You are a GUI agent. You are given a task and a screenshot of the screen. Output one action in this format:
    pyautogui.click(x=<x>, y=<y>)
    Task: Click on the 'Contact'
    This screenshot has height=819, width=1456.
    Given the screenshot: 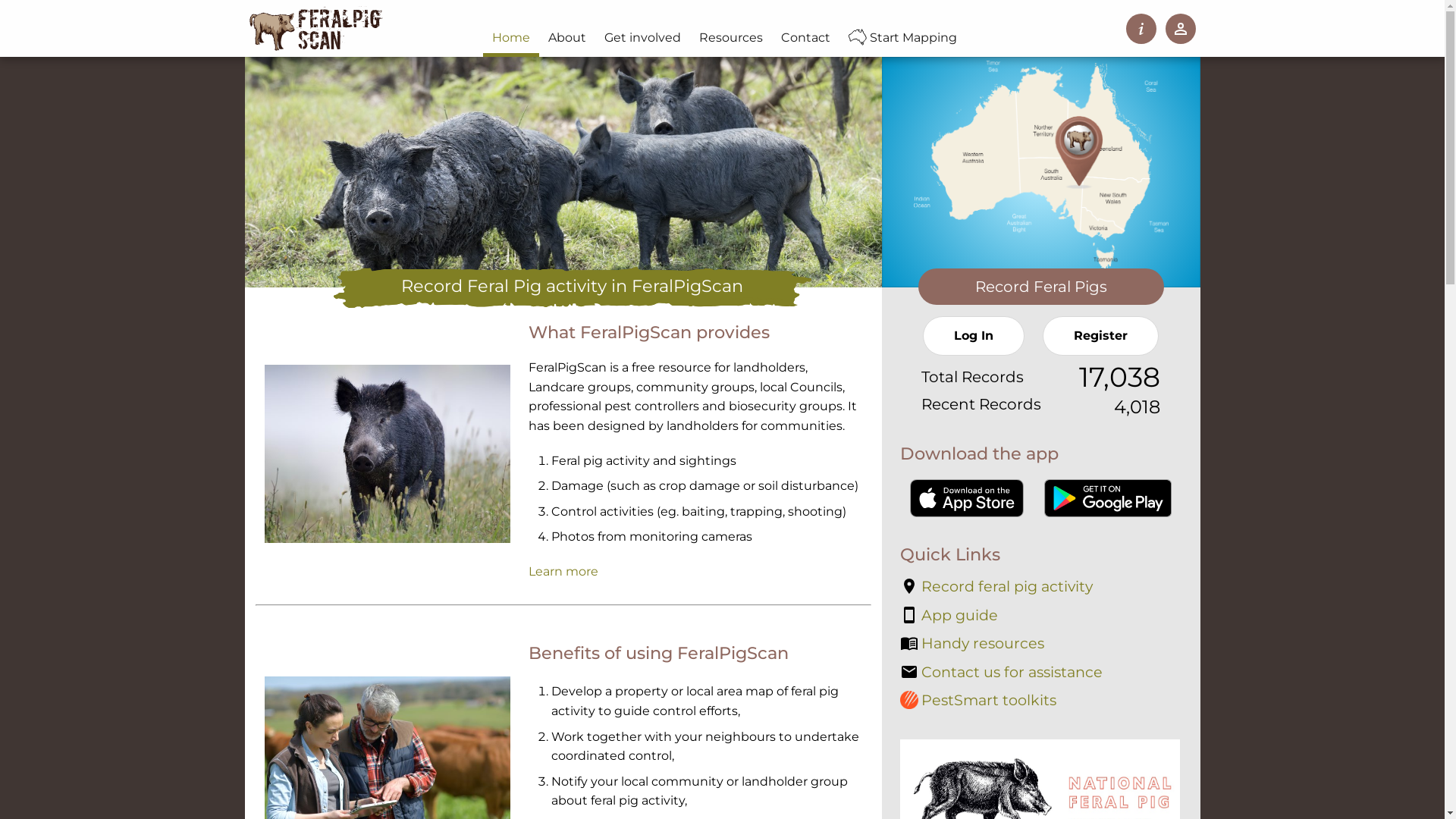 What is the action you would take?
    pyautogui.click(x=805, y=37)
    